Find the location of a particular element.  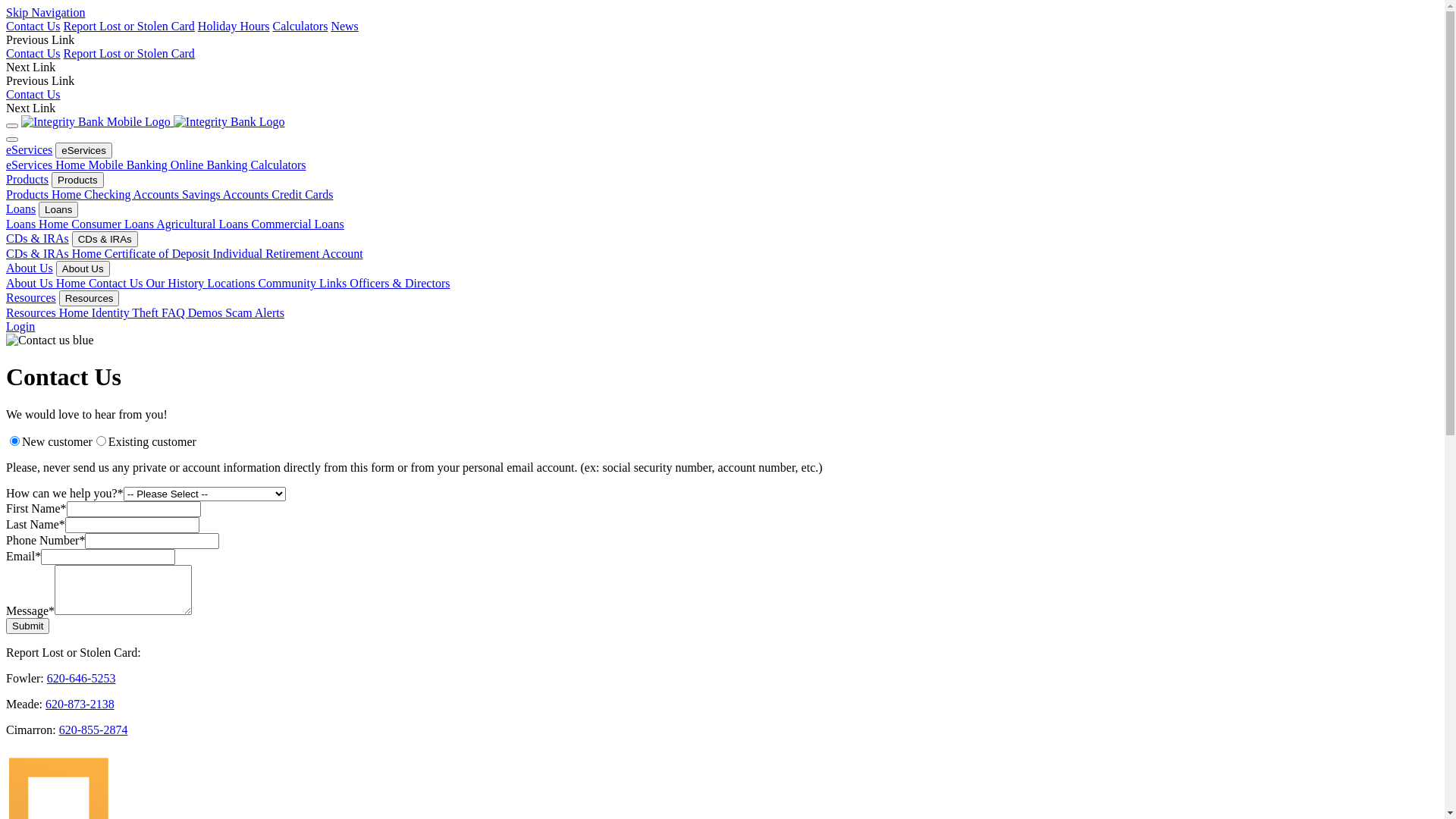

'Community Links' is located at coordinates (303, 283).